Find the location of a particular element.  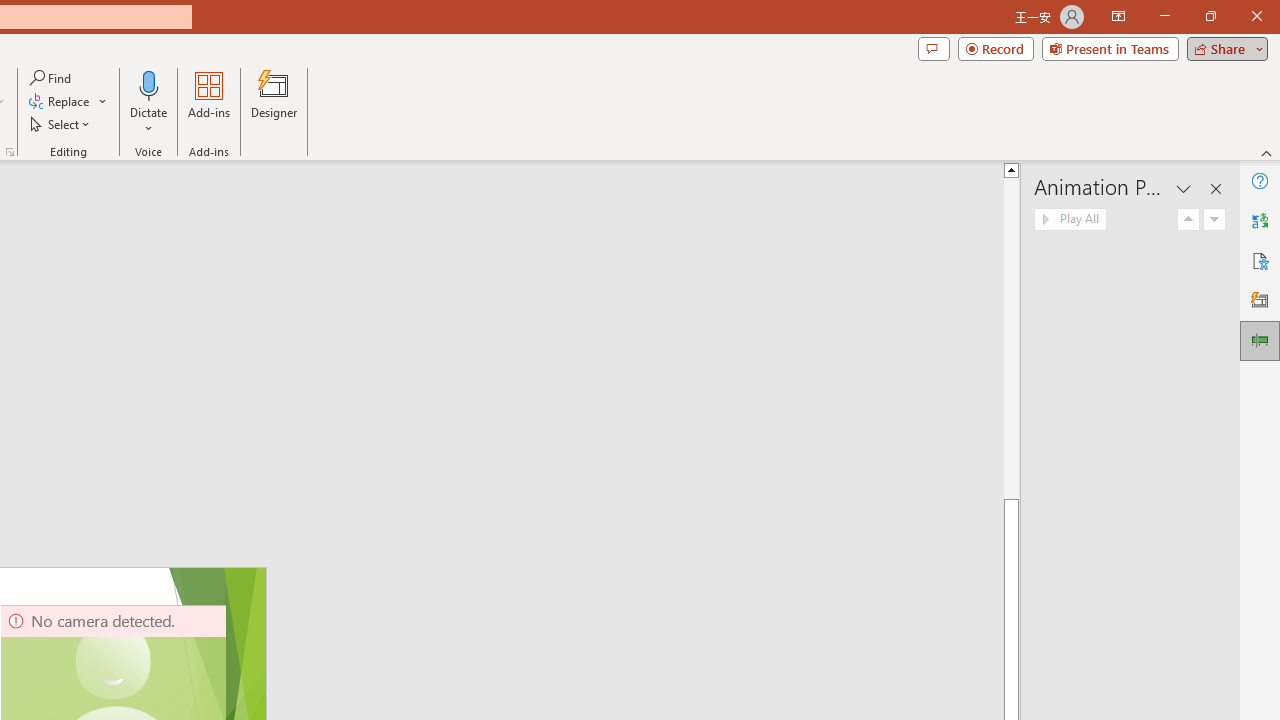

'Comments' is located at coordinates (932, 47).